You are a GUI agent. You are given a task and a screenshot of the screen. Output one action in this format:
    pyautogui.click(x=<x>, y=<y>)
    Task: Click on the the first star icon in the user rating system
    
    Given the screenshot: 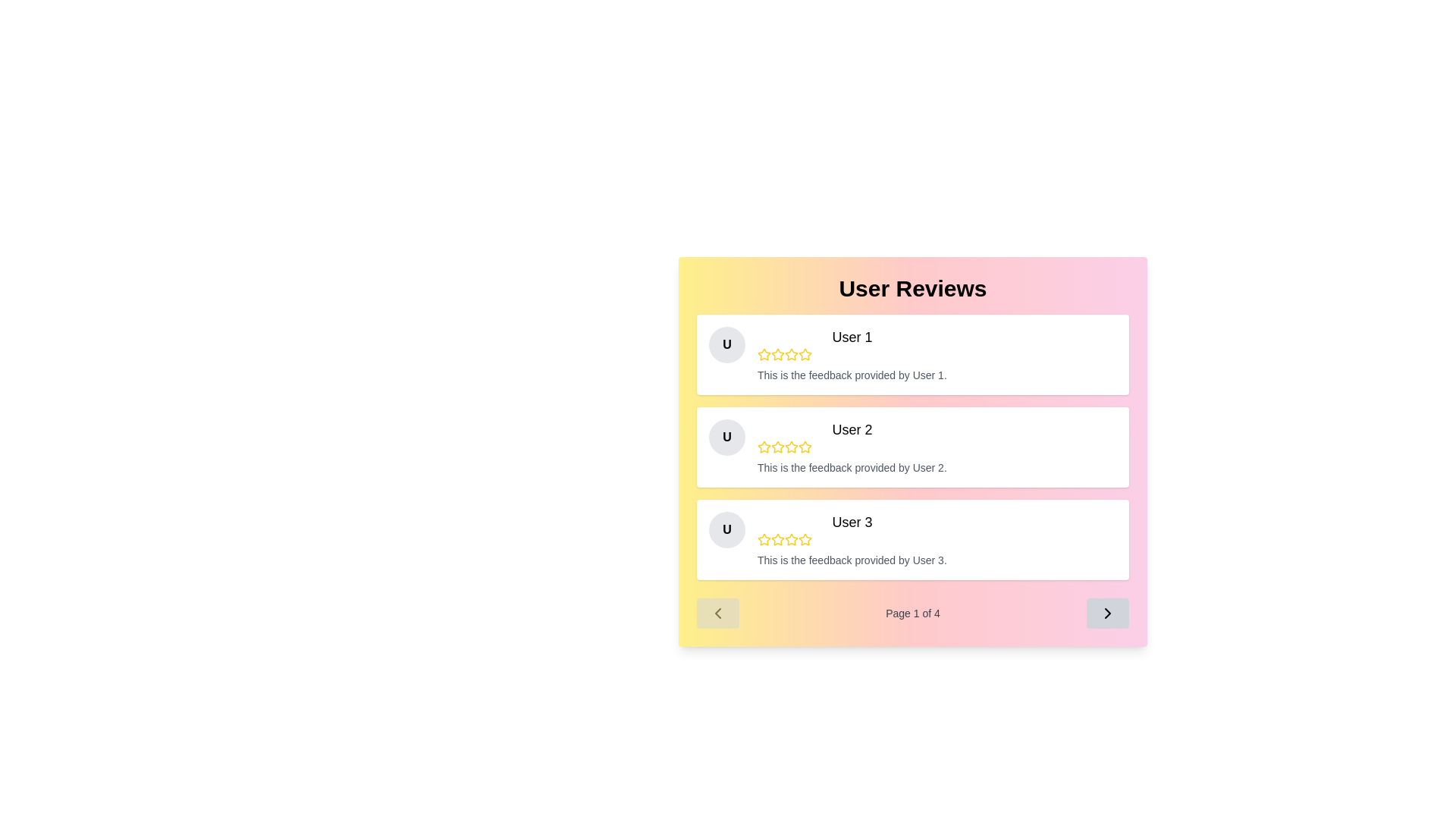 What is the action you would take?
    pyautogui.click(x=764, y=354)
    